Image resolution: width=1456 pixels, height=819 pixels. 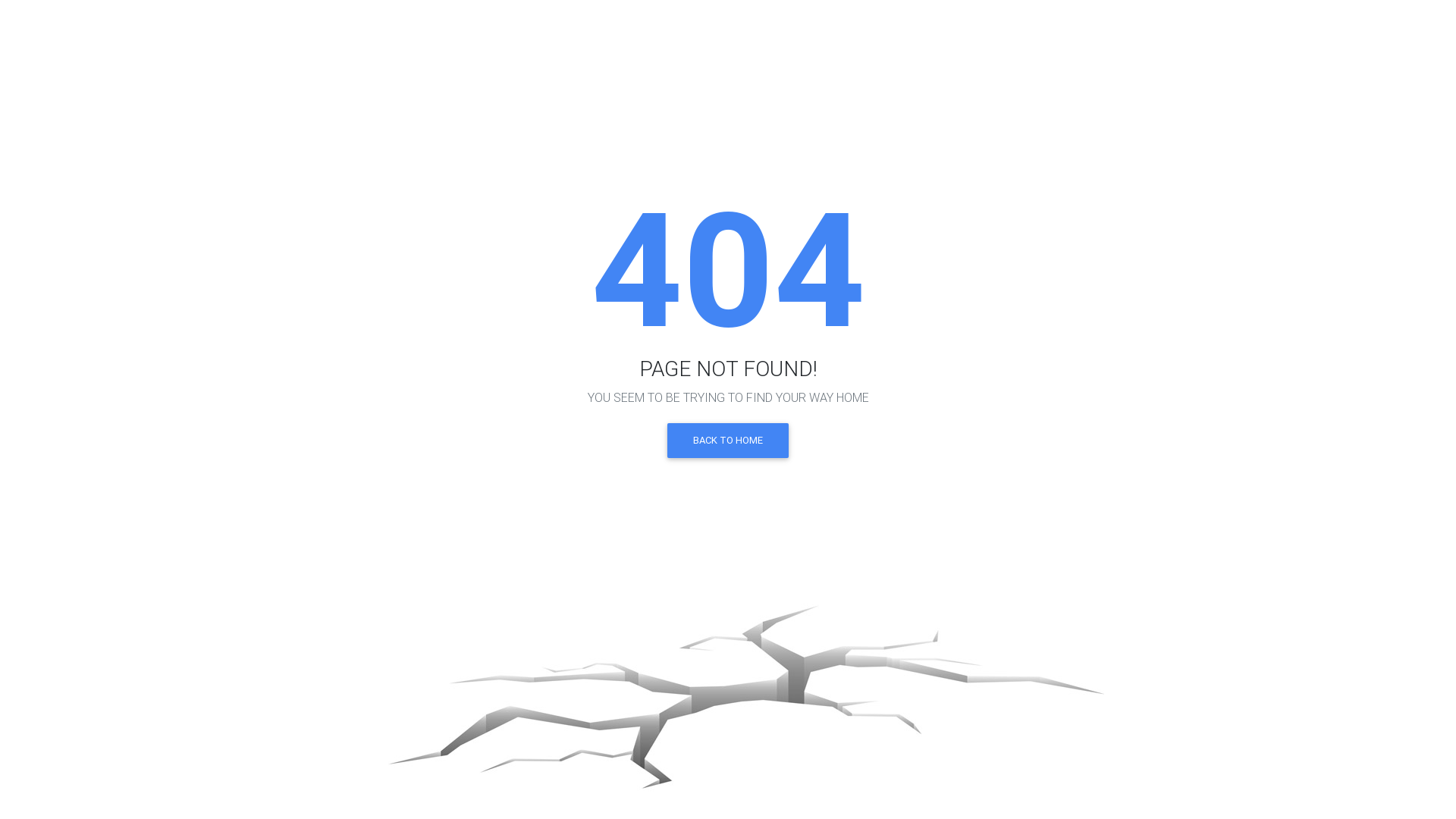 What do you see at coordinates (728, 441) in the screenshot?
I see `'BACK TO HOME'` at bounding box center [728, 441].